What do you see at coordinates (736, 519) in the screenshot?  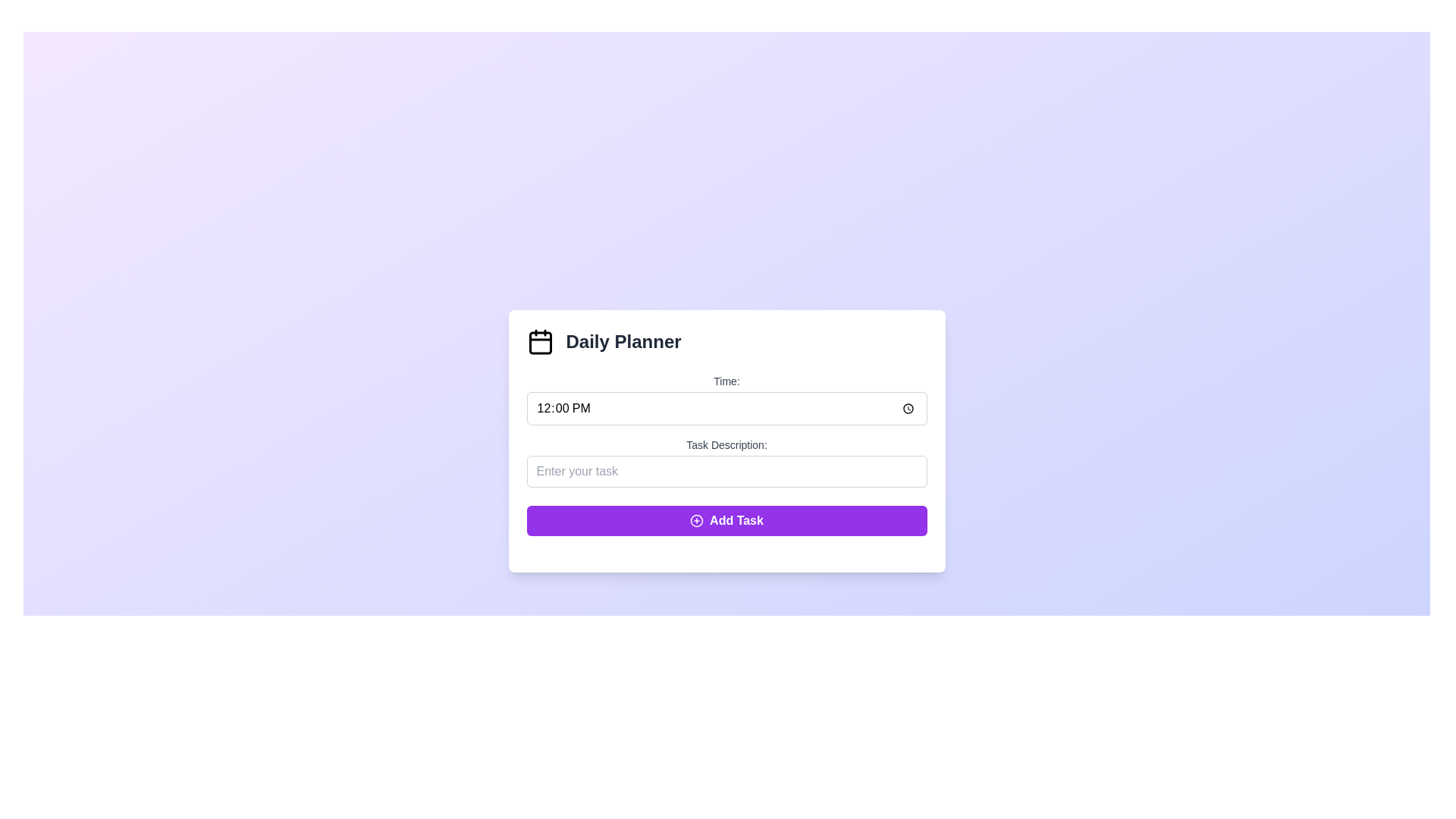 I see `the actionable text label within the purple button at the bottom of the 'Daily Planner' form` at bounding box center [736, 519].